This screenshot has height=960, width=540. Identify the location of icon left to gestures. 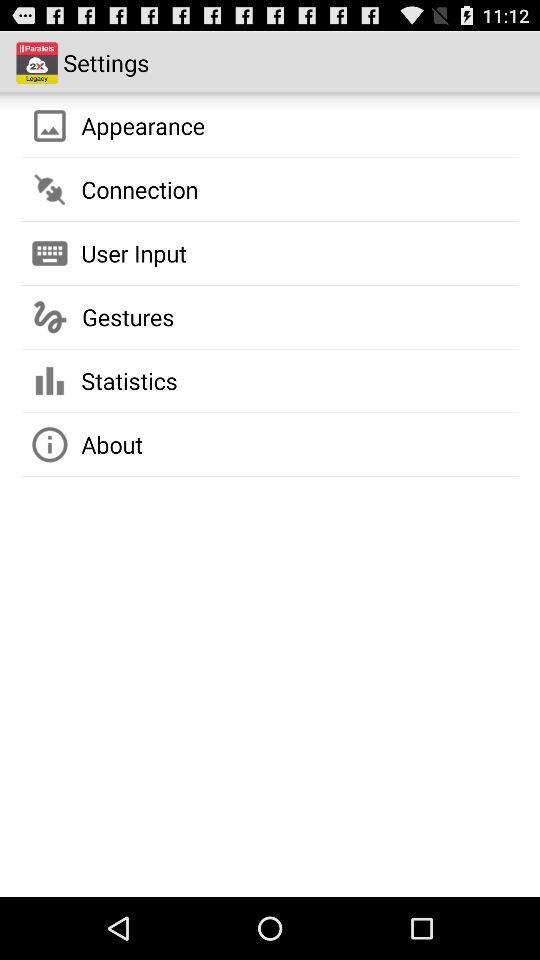
(50, 317).